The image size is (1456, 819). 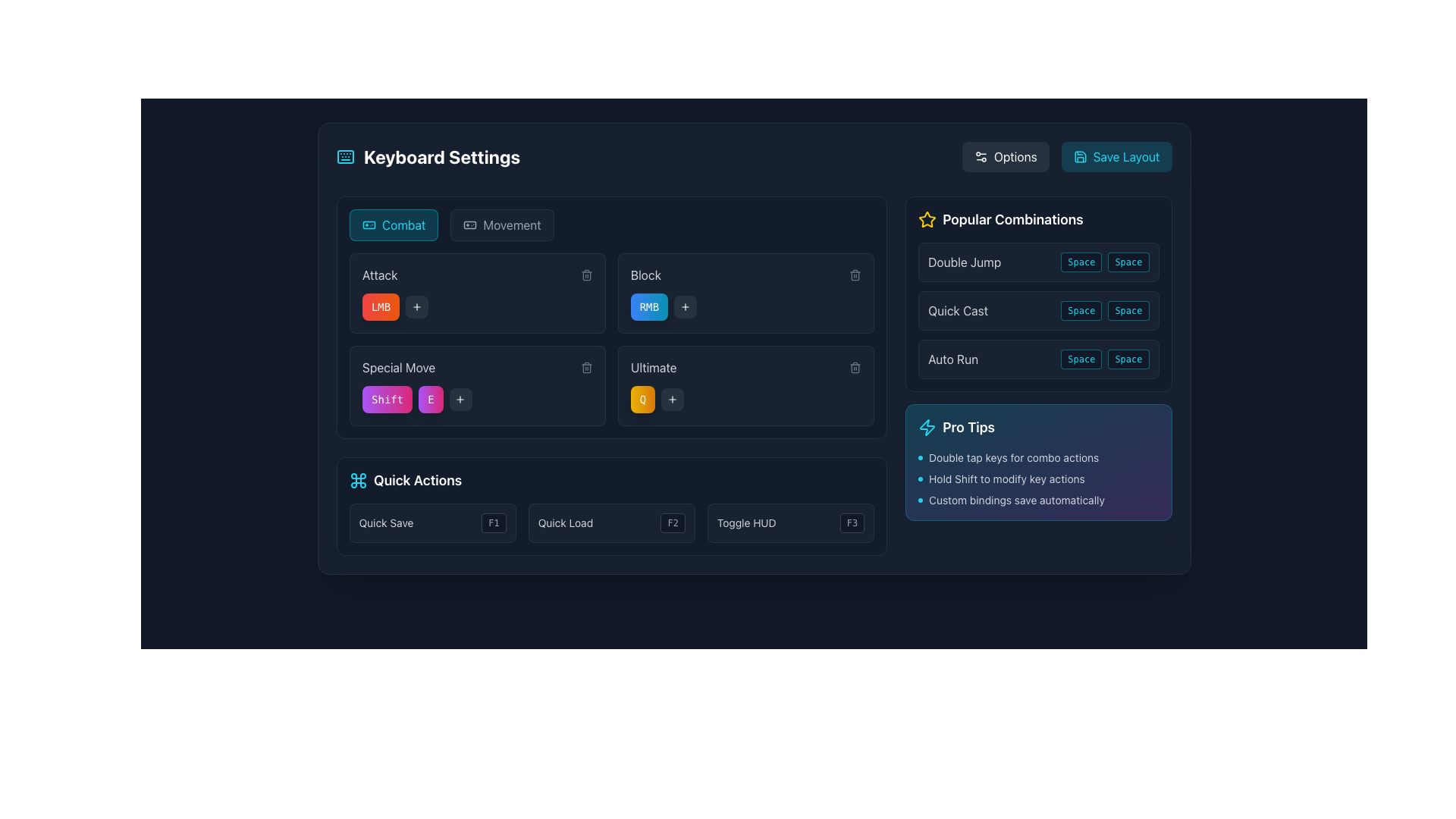 What do you see at coordinates (429, 399) in the screenshot?
I see `the stylized square button with rounded corners, shaded with a gradient from purple to pink, featuring a white letter 'E' in the center, located in the 'Keyboard Settings' section under 'Special Move'` at bounding box center [429, 399].